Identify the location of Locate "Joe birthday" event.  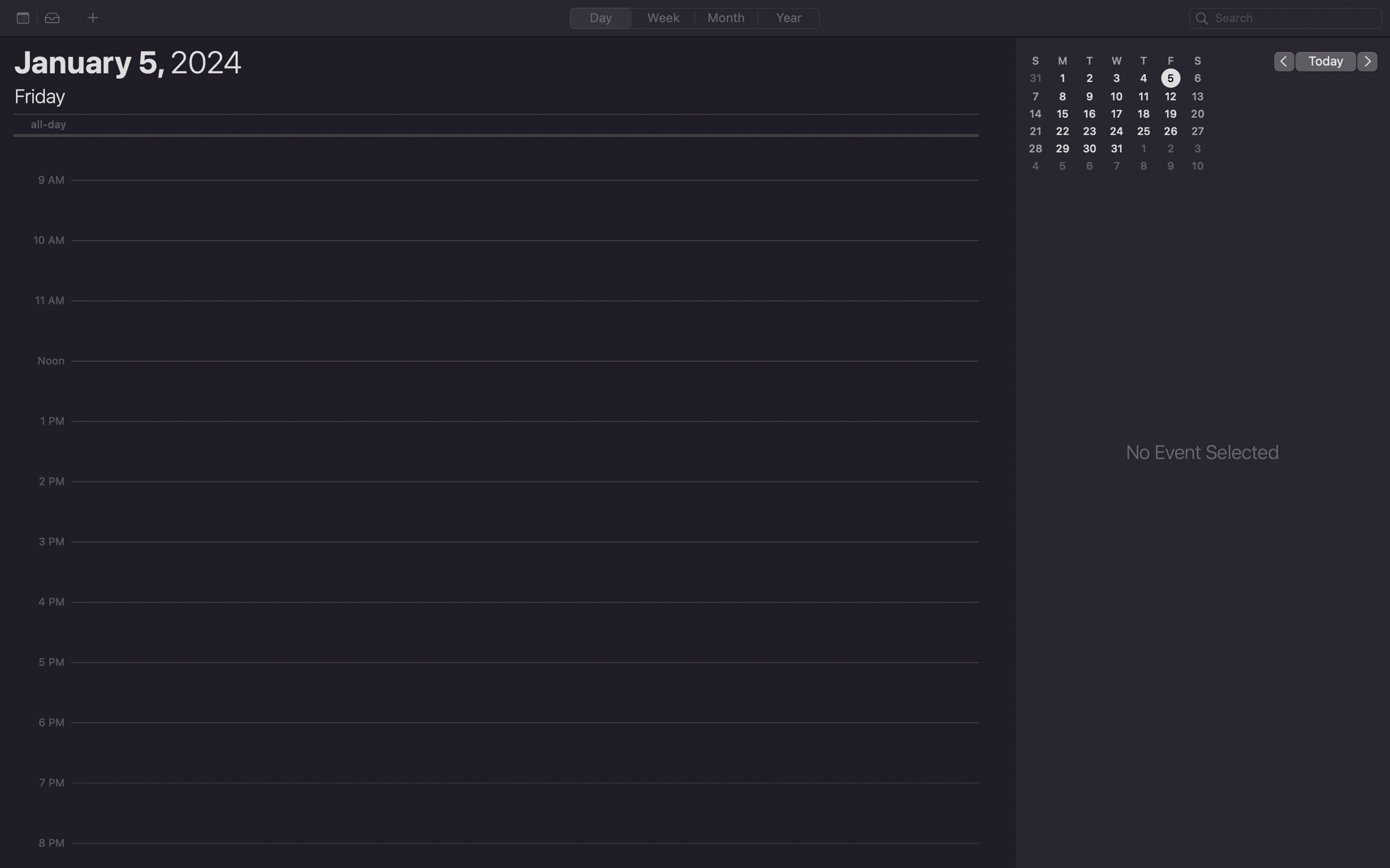
(1285, 18).